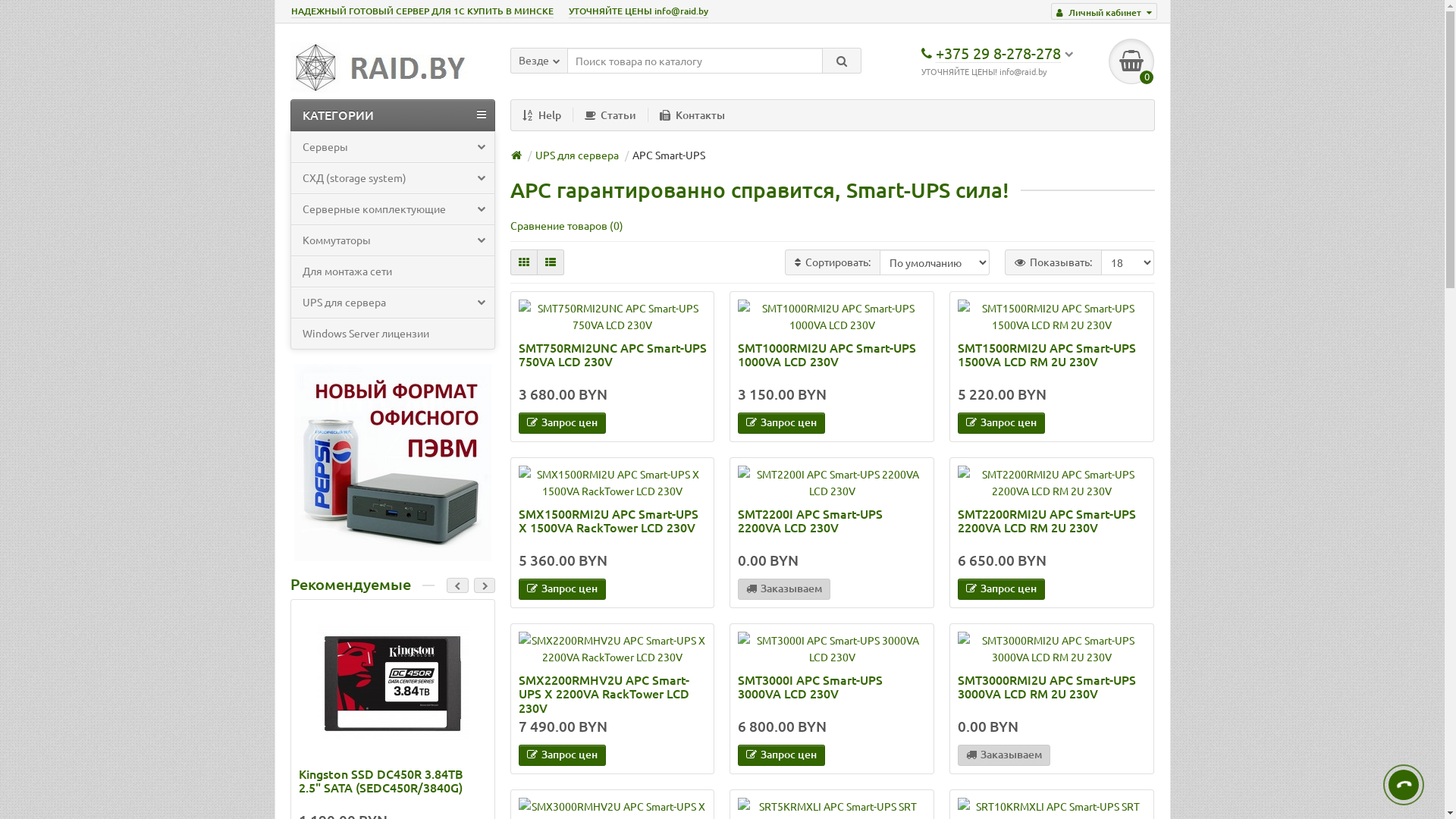 This screenshot has height=819, width=1456. What do you see at coordinates (1051, 648) in the screenshot?
I see `'SMT3000RMI2U APC Smart-UPS 3000VA LCD RM 2U 230V'` at bounding box center [1051, 648].